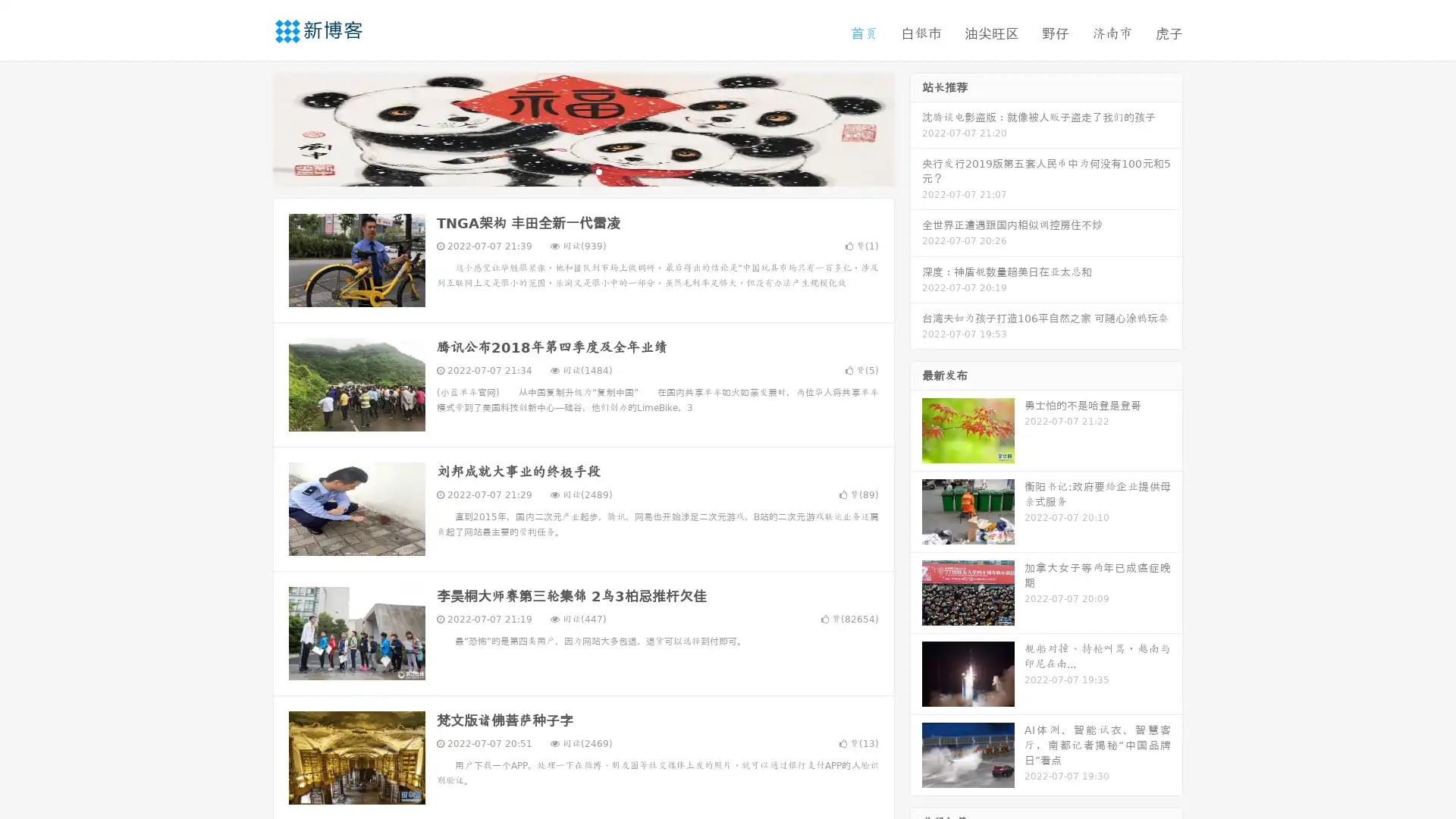  I want to click on Go to slide 2, so click(582, 171).